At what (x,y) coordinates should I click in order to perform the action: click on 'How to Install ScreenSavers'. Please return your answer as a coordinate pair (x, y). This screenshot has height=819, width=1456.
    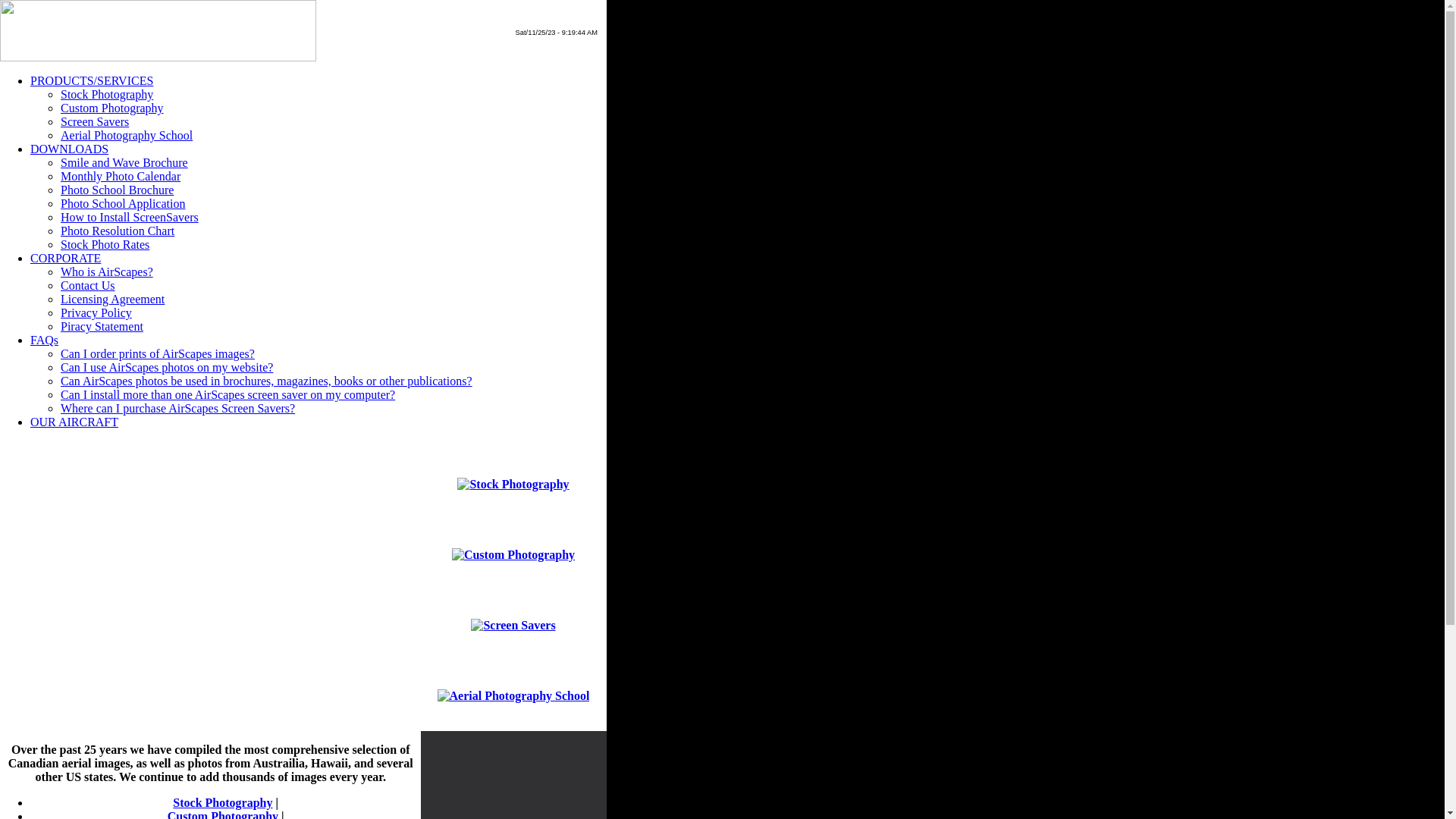
    Looking at the image, I should click on (130, 217).